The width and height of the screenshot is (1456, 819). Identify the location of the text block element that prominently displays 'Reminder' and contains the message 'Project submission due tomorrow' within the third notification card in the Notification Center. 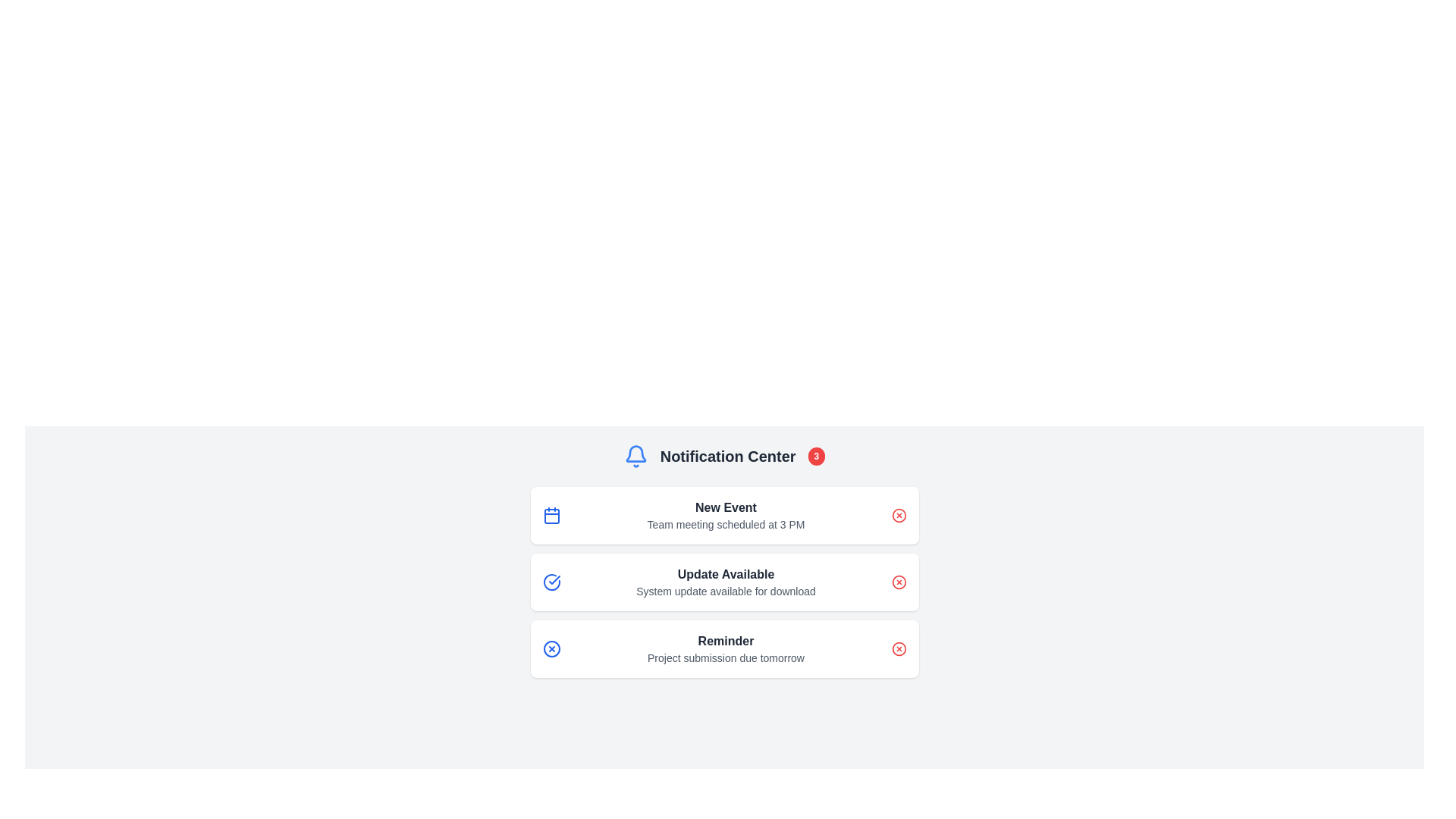
(725, 648).